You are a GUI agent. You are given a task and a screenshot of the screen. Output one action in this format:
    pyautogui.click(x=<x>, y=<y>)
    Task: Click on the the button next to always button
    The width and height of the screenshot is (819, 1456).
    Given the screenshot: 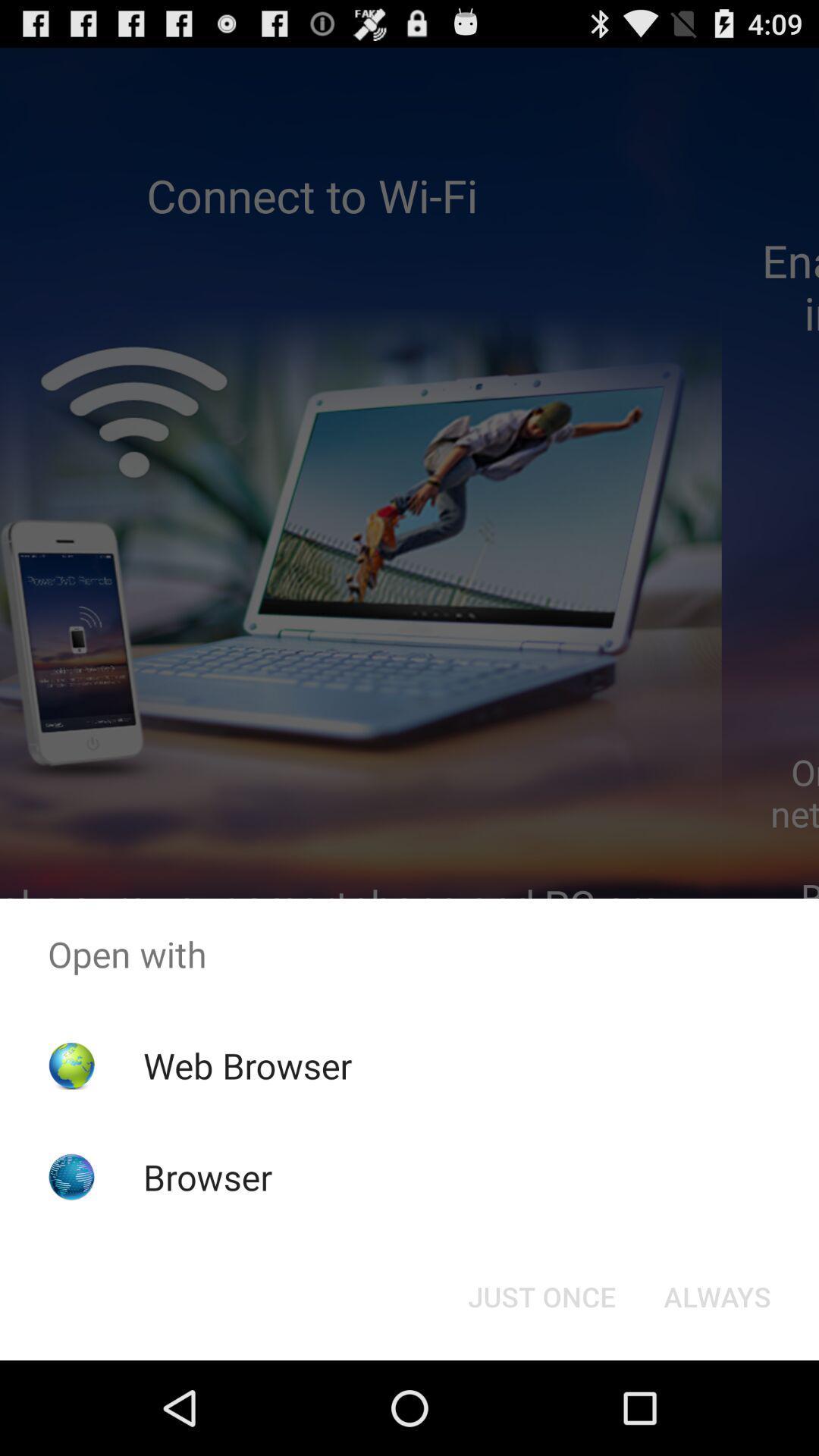 What is the action you would take?
    pyautogui.click(x=541, y=1295)
    